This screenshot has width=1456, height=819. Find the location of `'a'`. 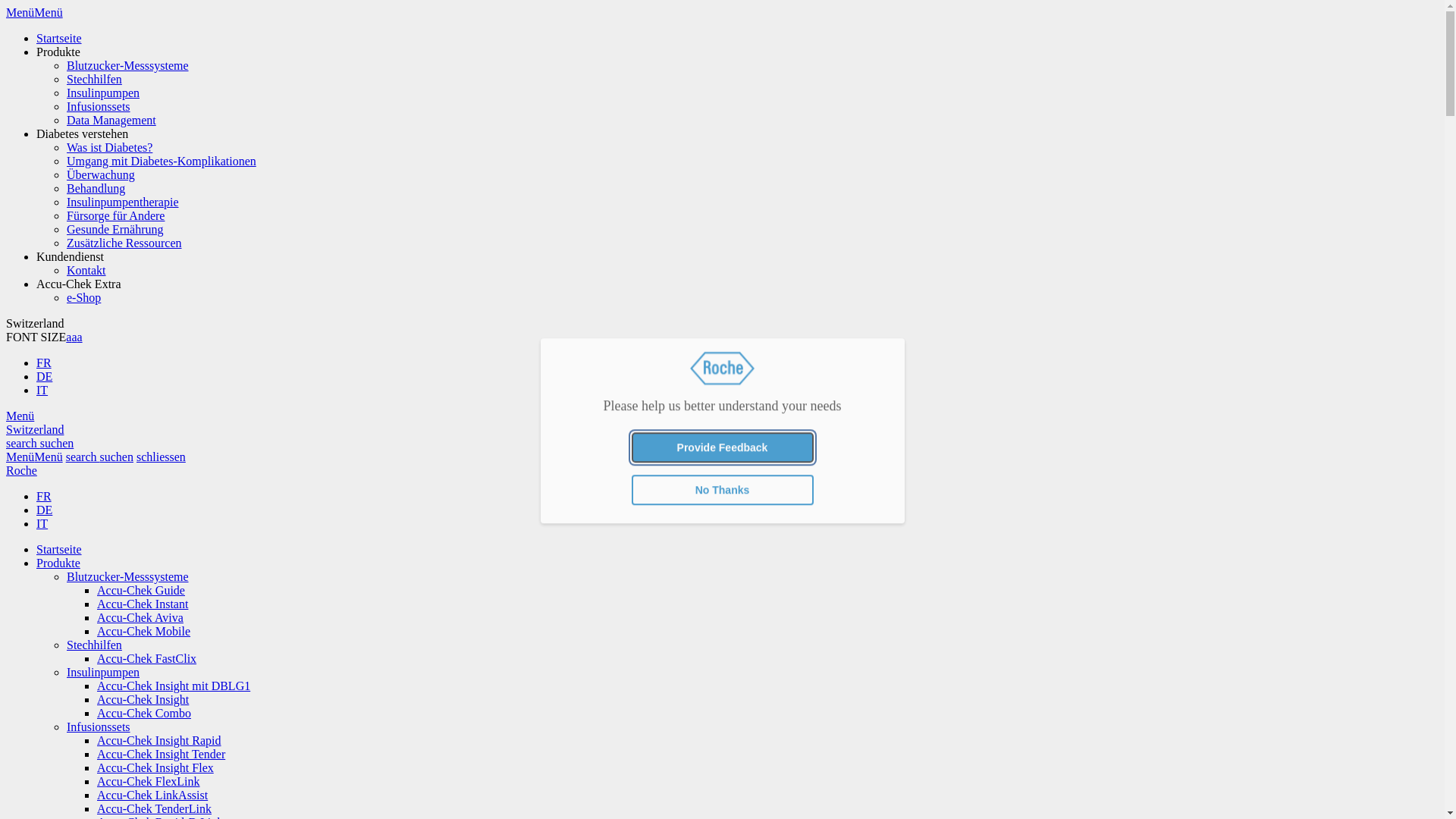

'a' is located at coordinates (78, 336).